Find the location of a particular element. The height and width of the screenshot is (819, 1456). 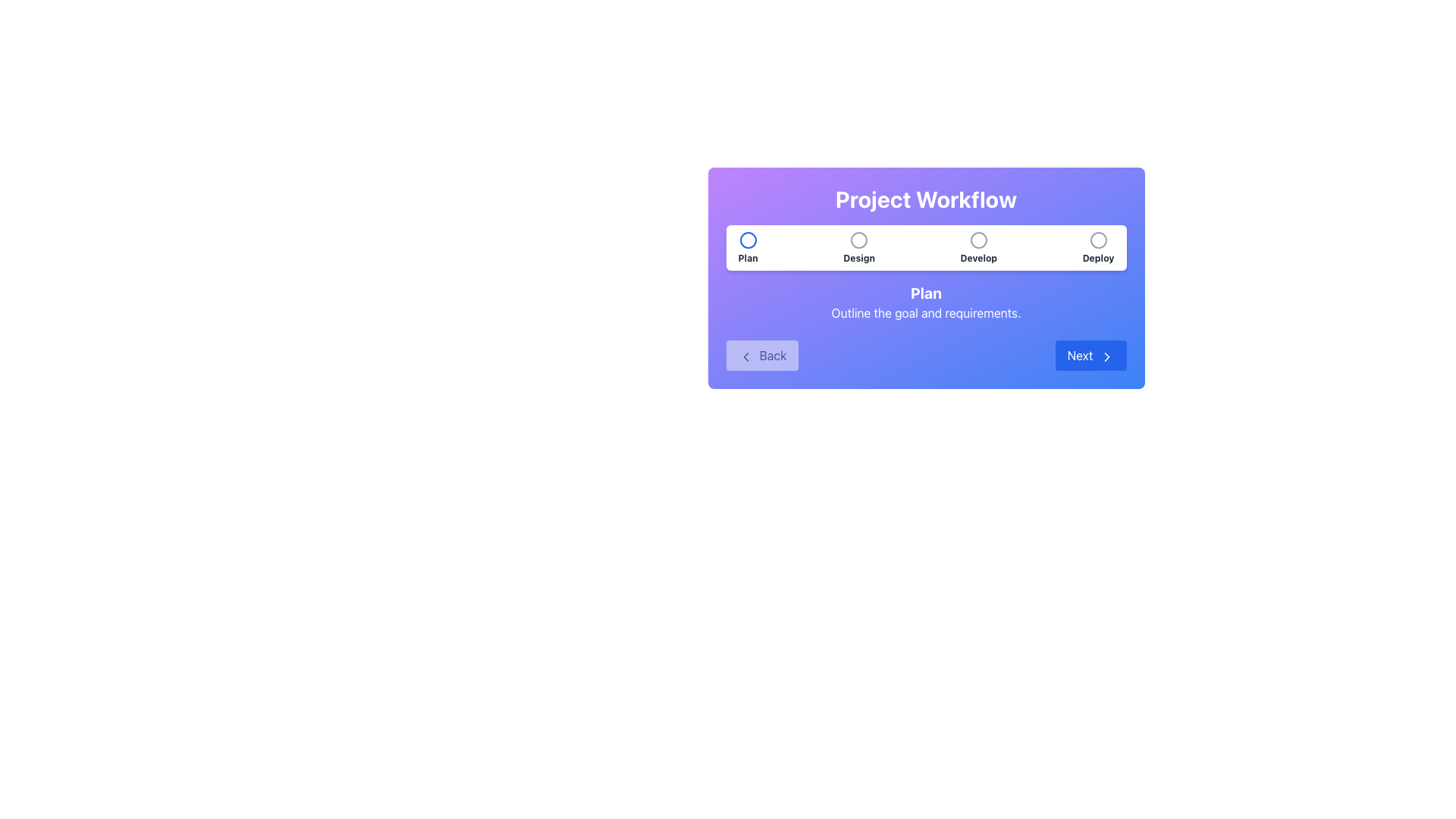

the visual indicator icon for the 'Plan' step in the project workflow to interact with it, provided it is enabled is located at coordinates (748, 239).